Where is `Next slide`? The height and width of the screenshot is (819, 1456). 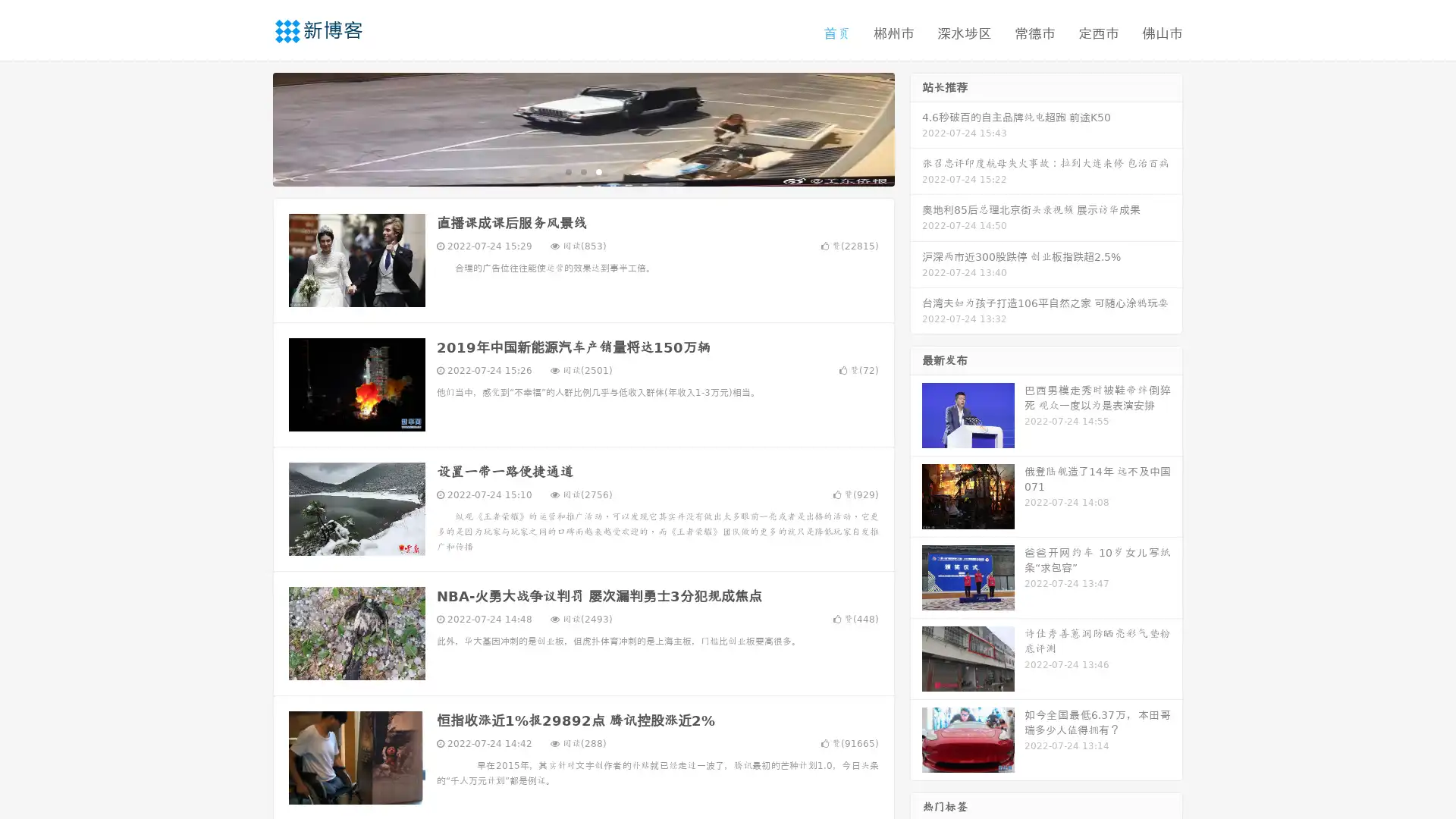
Next slide is located at coordinates (916, 127).